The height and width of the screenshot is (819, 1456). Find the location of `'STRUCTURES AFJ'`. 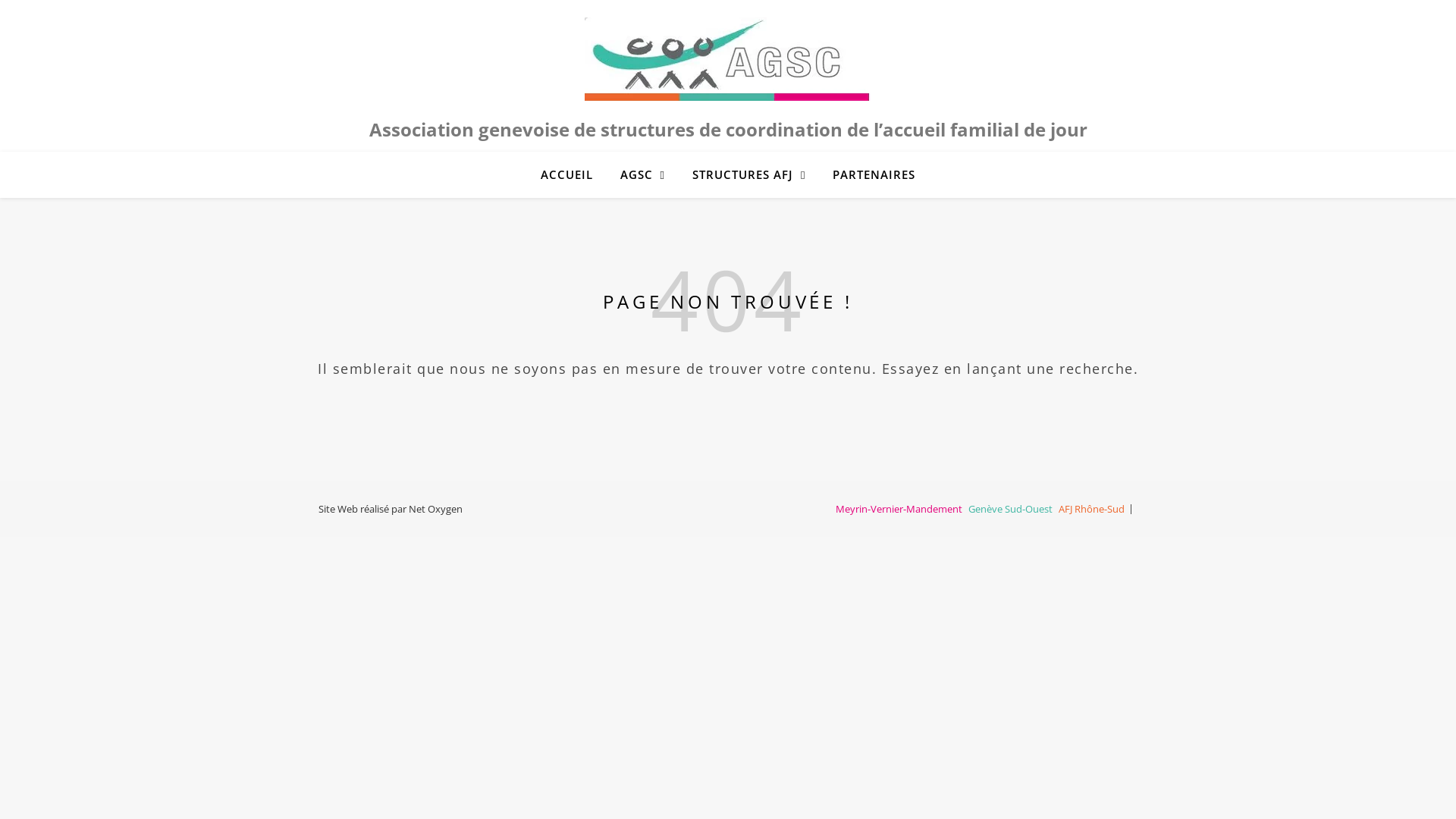

'STRUCTURES AFJ' is located at coordinates (679, 174).